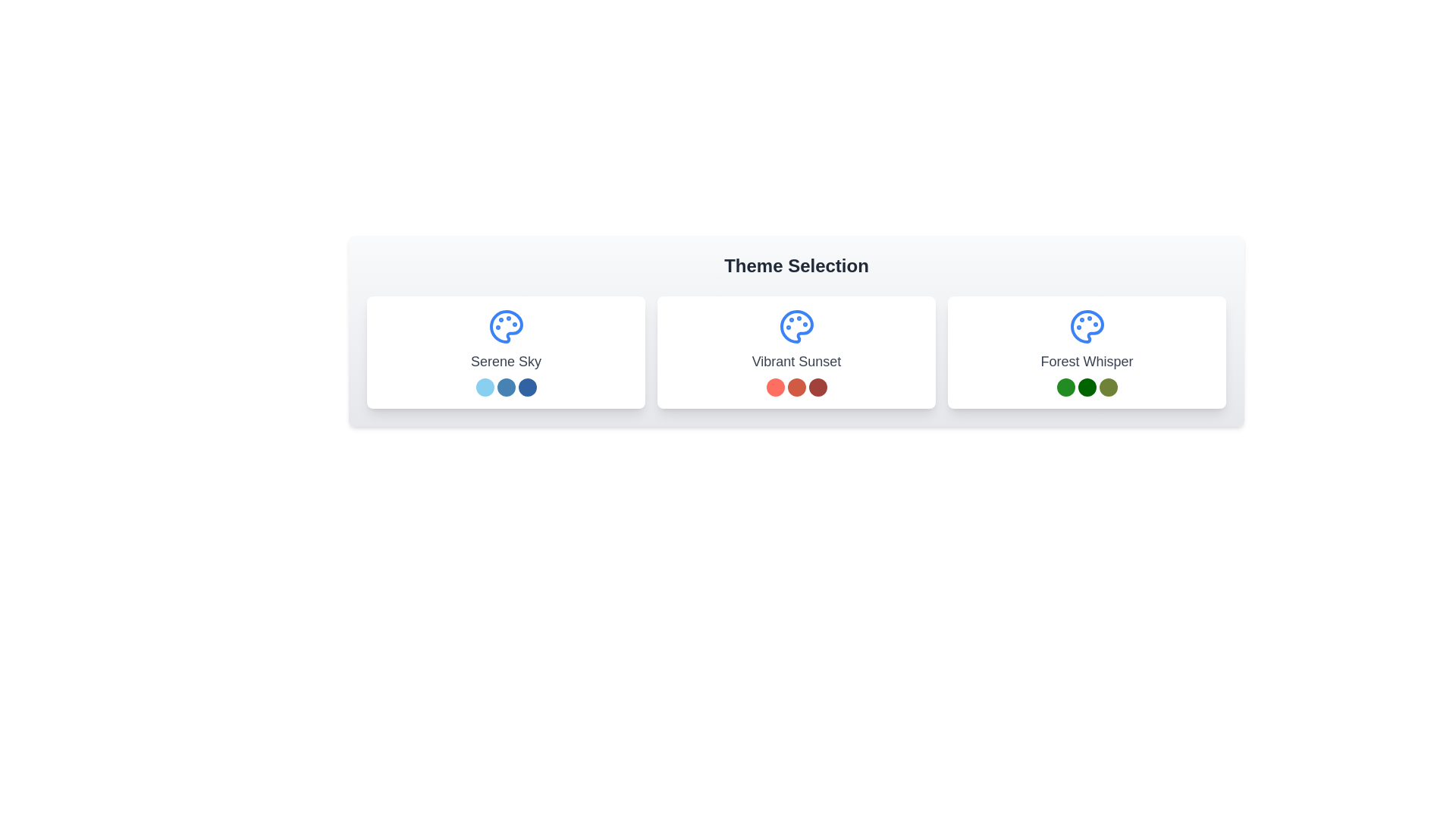  I want to click on each of the three circular color indicators arranged horizontally beneath the 'Serene Sky' title, so click(506, 386).